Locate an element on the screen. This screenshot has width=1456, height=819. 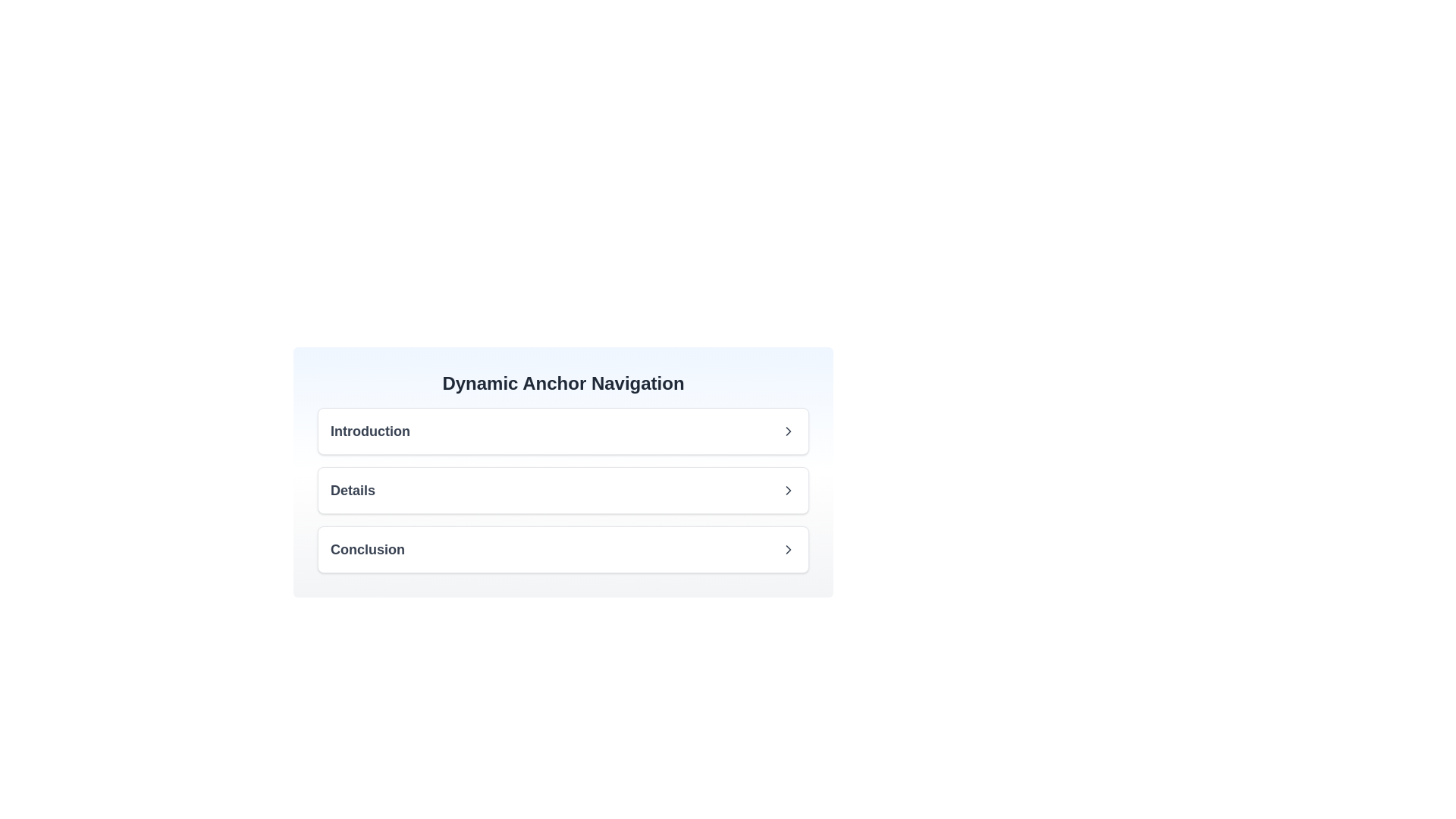
the 'Conclusion' label in bold font located in the third row of the 'Dynamic Anchor Navigation' panel is located at coordinates (367, 550).